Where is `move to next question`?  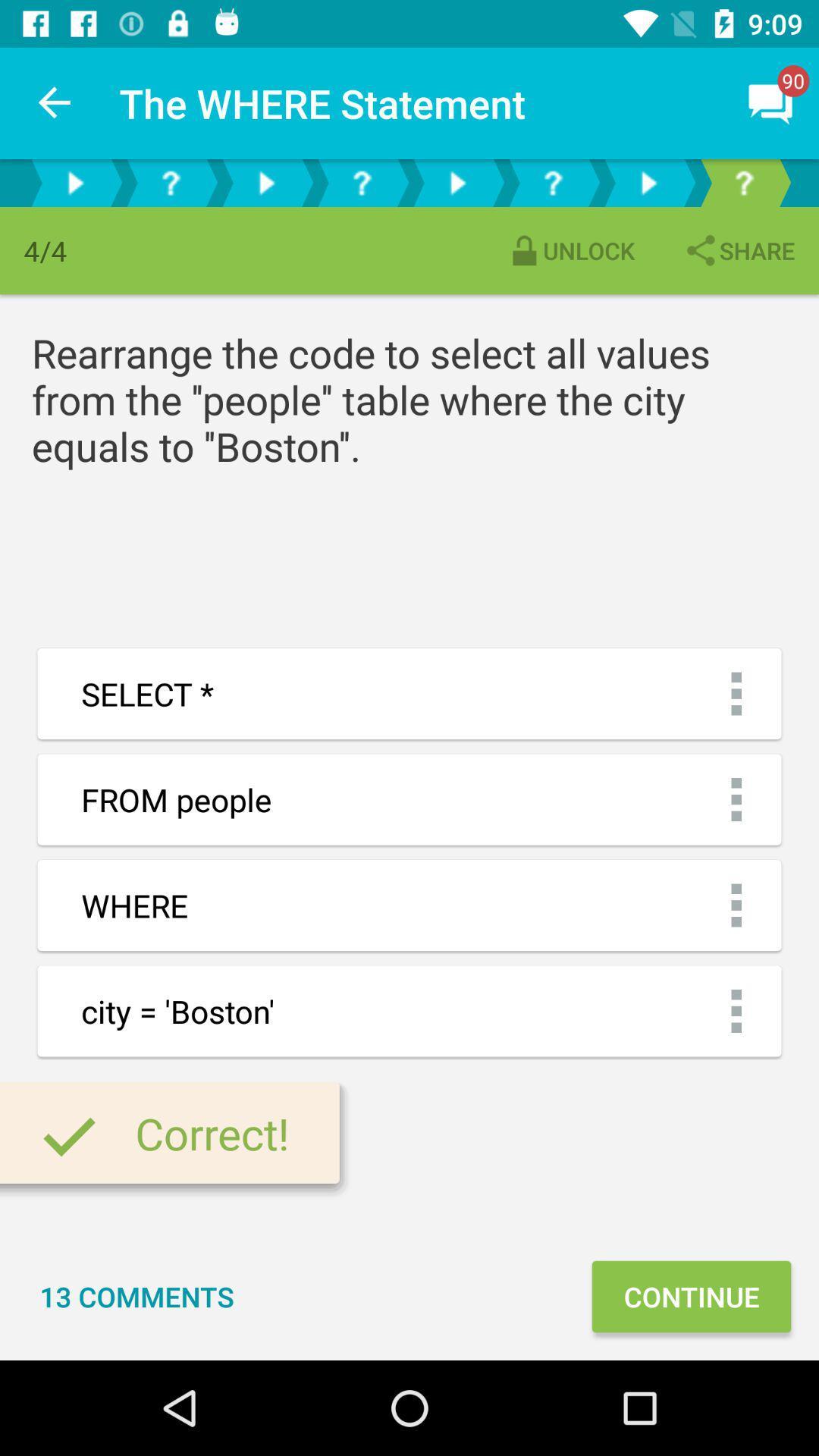
move to next question is located at coordinates (456, 182).